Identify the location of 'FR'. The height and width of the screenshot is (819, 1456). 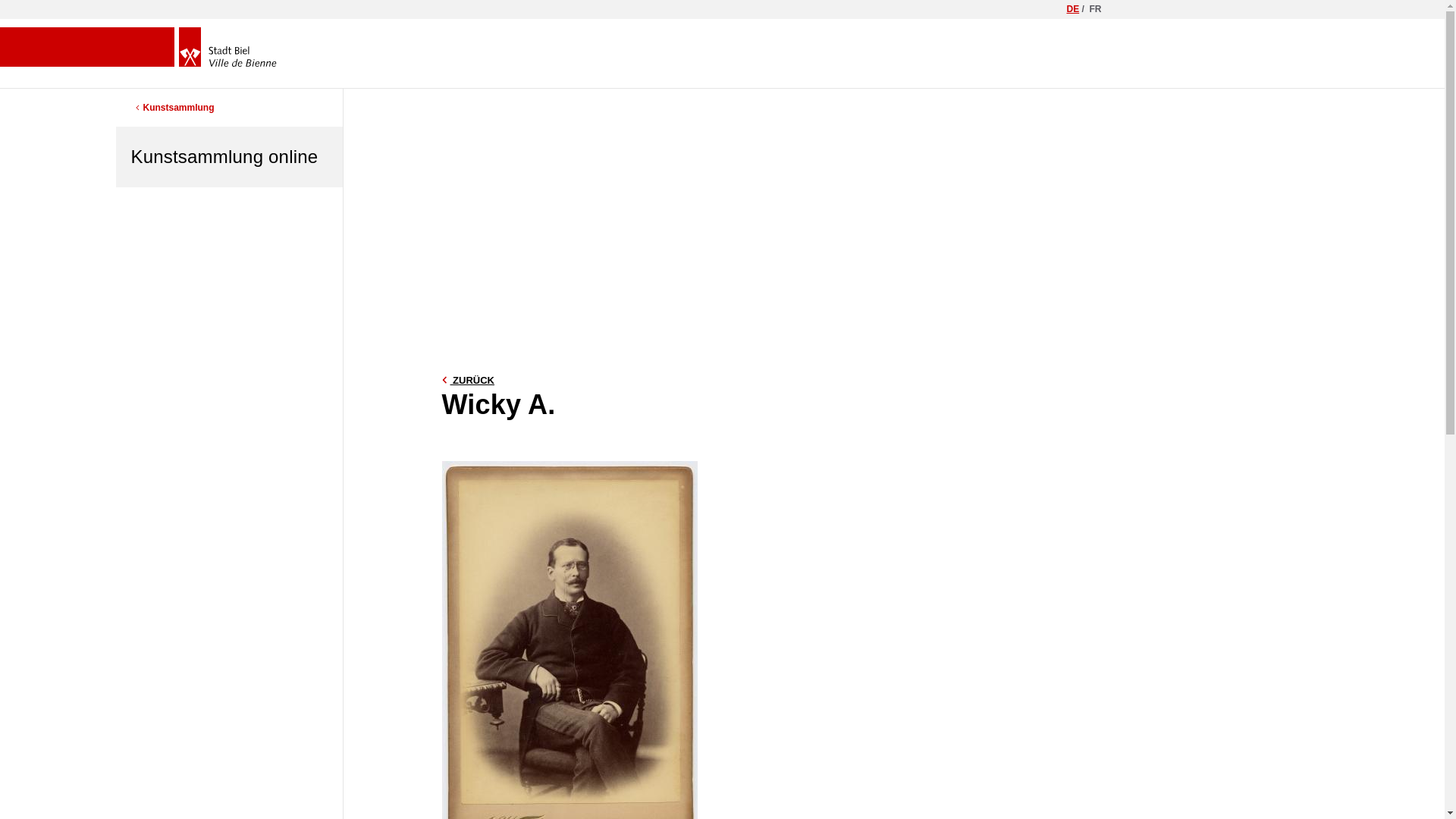
(1087, 8).